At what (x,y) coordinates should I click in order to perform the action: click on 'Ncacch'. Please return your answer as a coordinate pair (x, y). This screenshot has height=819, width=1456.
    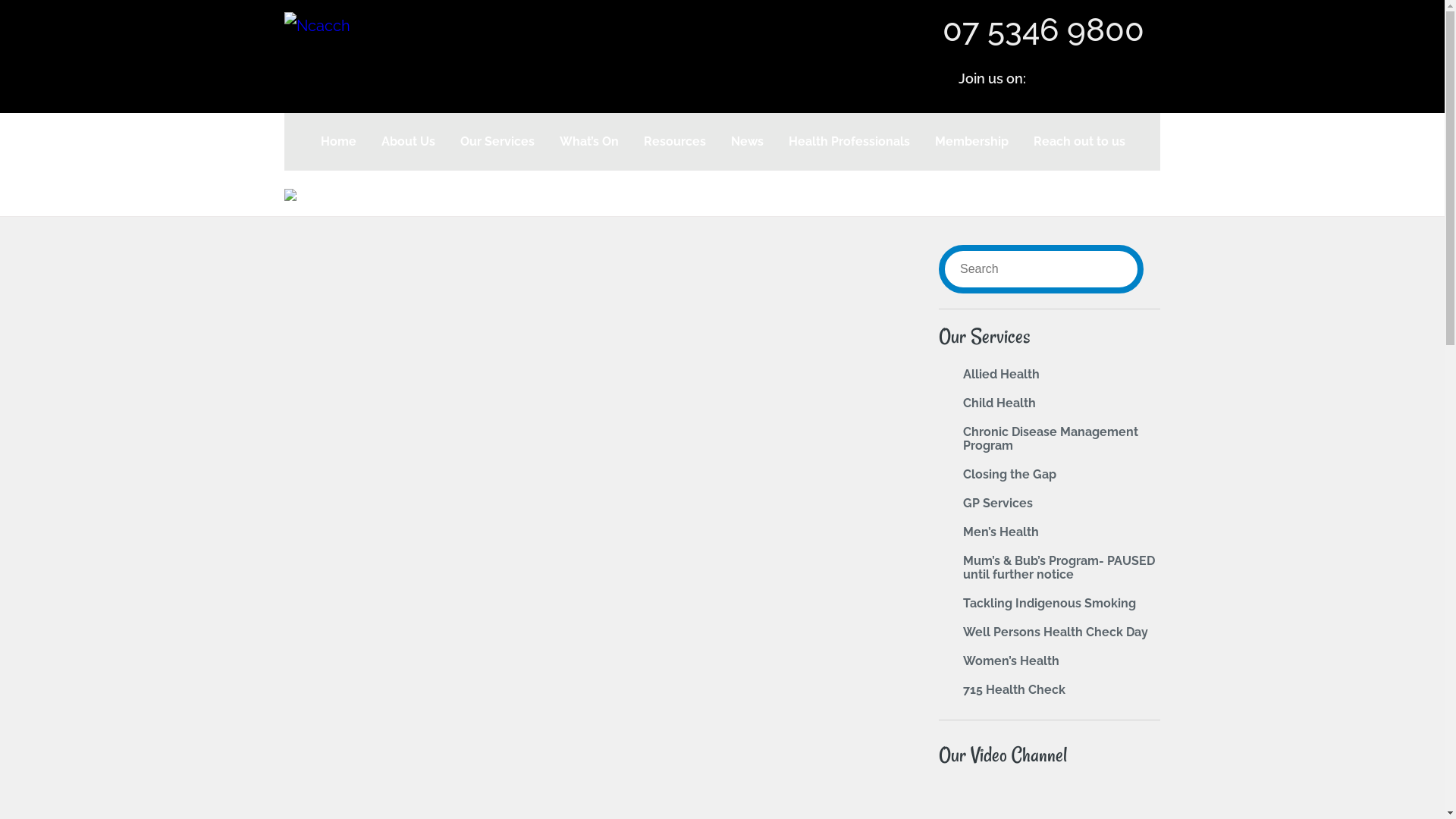
    Looking at the image, I should click on (316, 26).